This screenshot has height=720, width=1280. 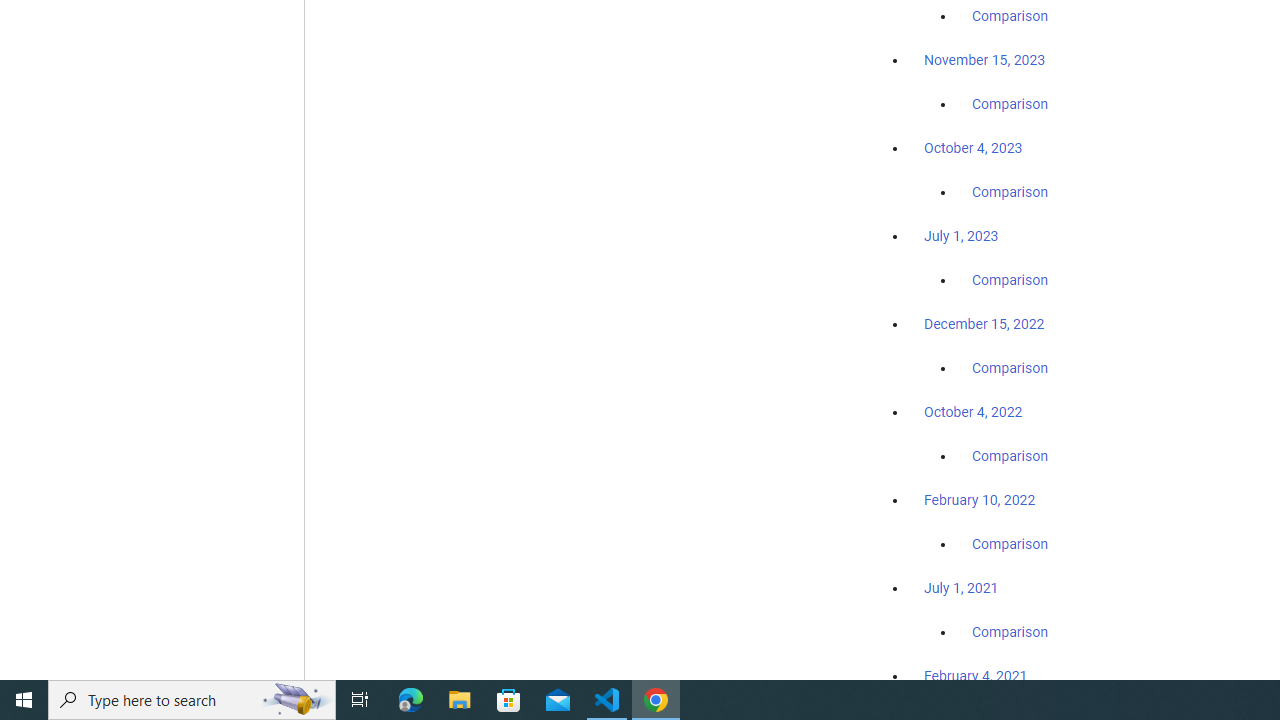 I want to click on 'February 10, 2022', so click(x=979, y=499).